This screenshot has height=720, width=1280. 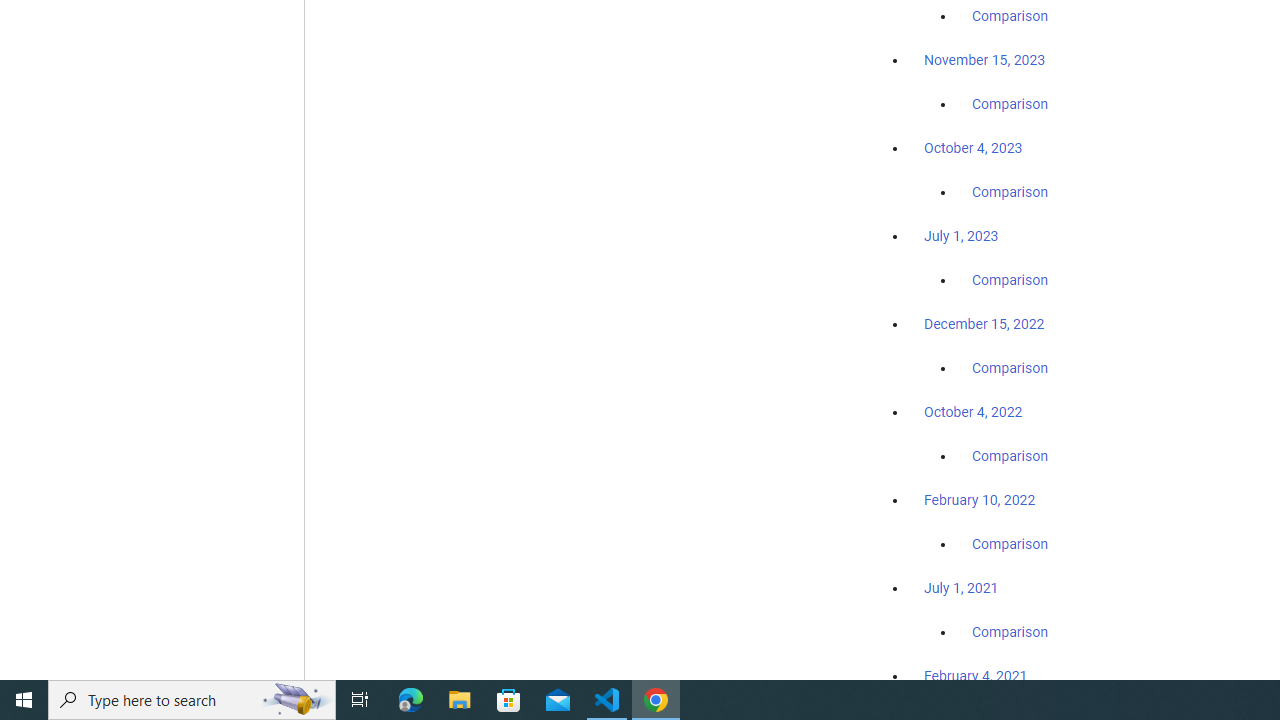 I want to click on 'February 10, 2022', so click(x=979, y=499).